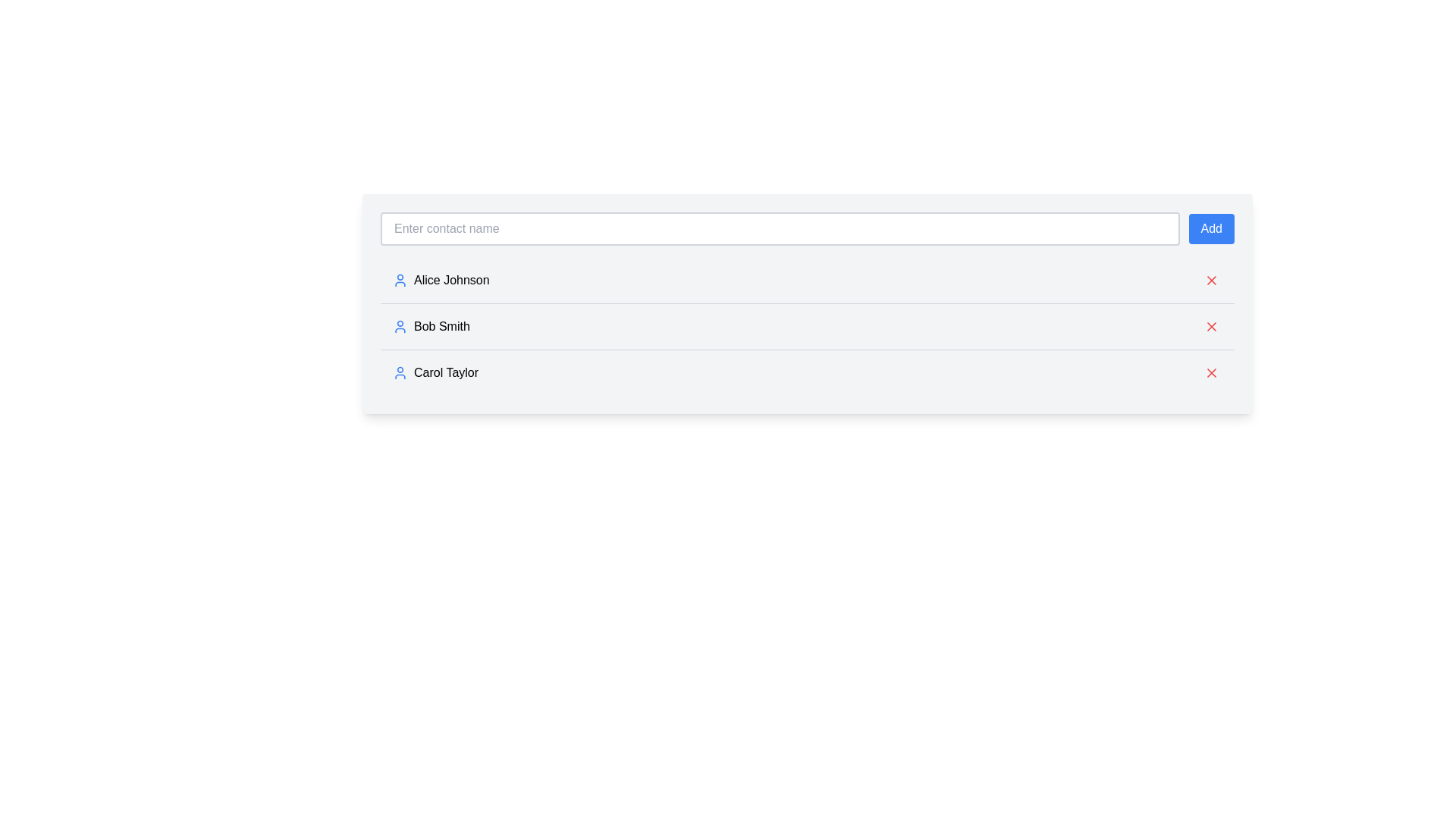 The height and width of the screenshot is (819, 1456). Describe the element at coordinates (450, 281) in the screenshot. I see `the content of the text label displaying the name 'Alice Johnson', which is the first entry in the contact list located to the right of the user icon` at that location.